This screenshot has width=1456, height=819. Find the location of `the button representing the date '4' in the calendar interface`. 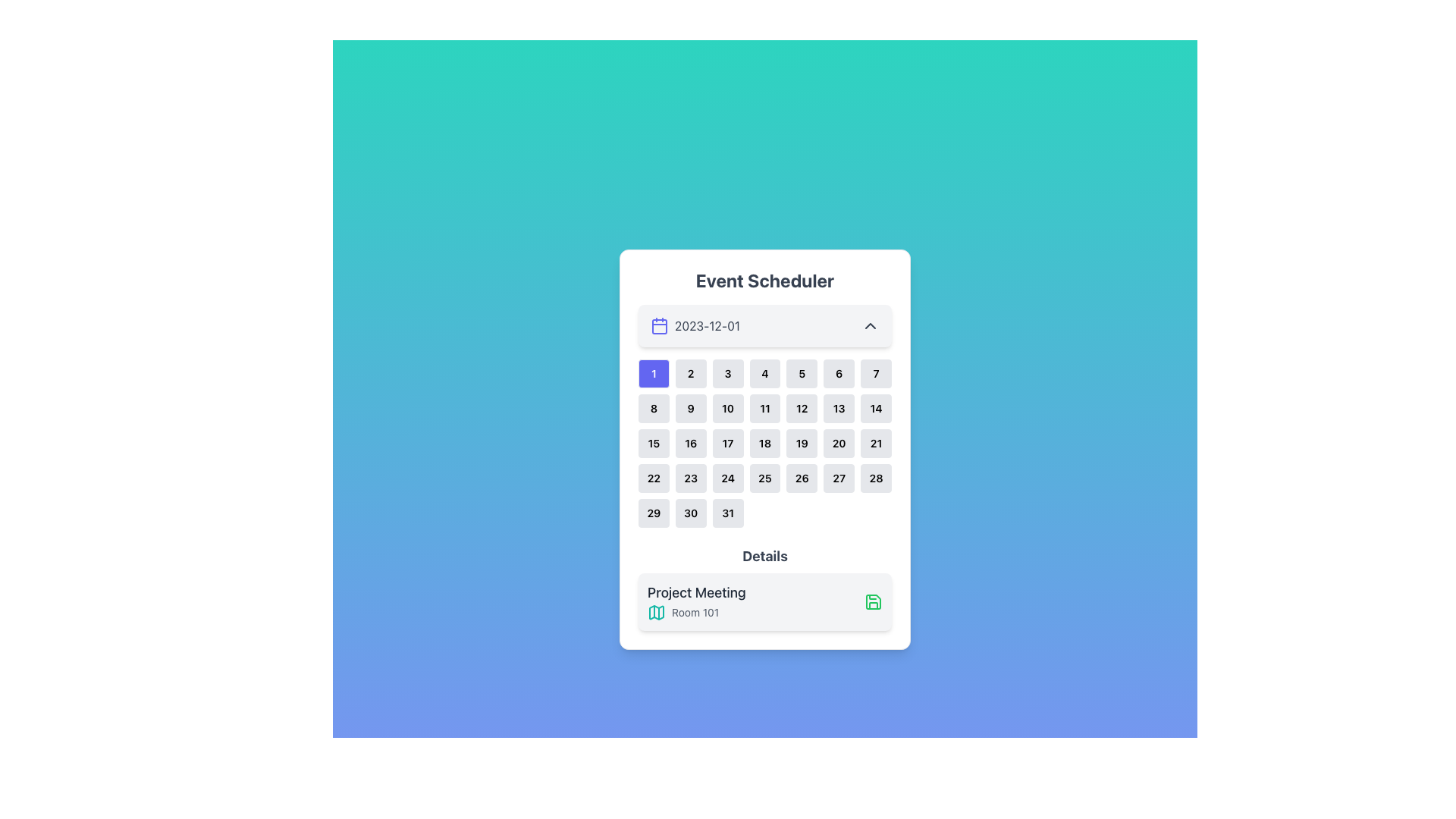

the button representing the date '4' in the calendar interface is located at coordinates (764, 374).